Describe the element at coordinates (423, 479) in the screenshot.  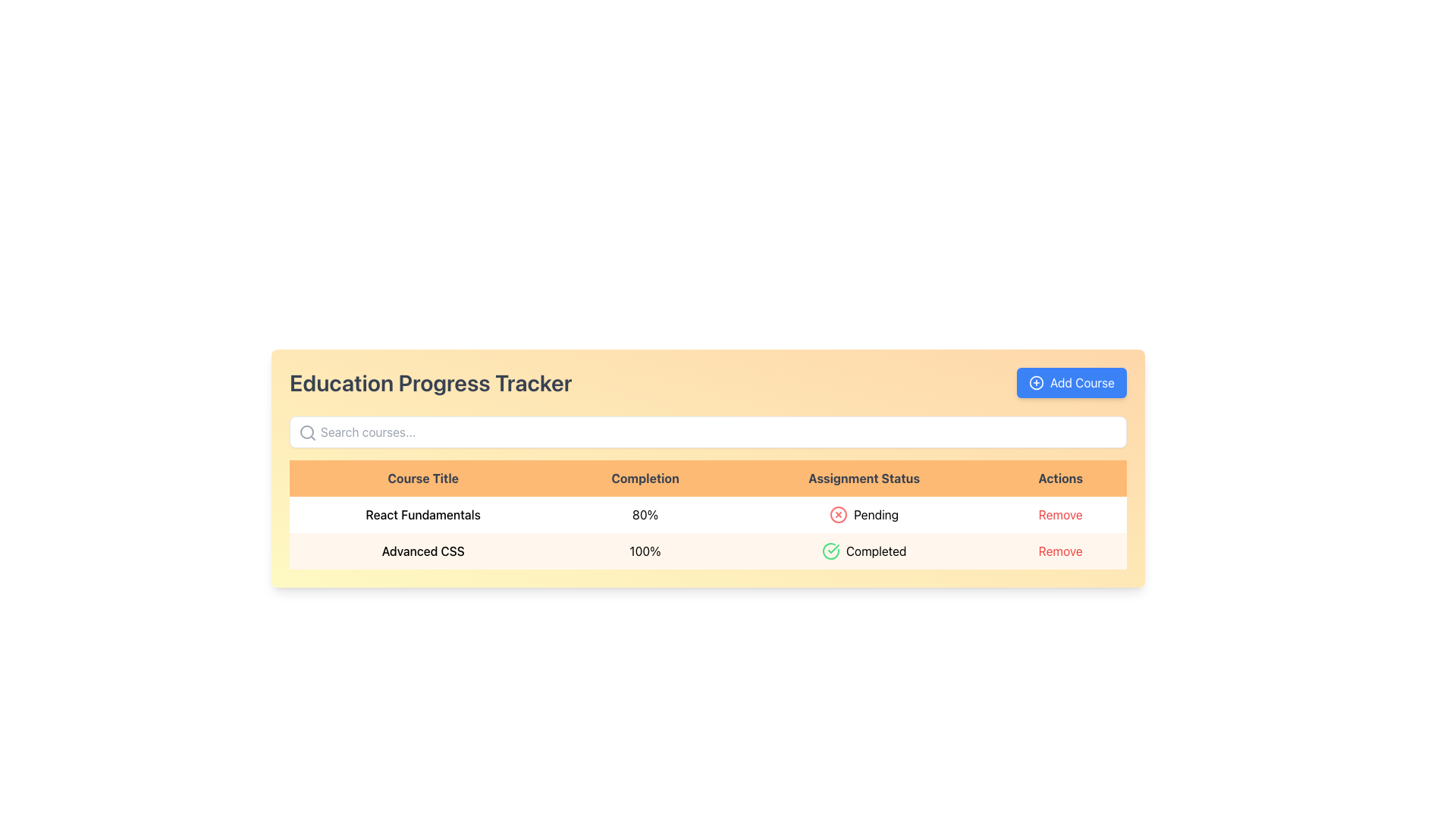
I see `the static text label 'Course Title' which is styled boldly against a light orange background and is the first column header in the table's header row` at that location.